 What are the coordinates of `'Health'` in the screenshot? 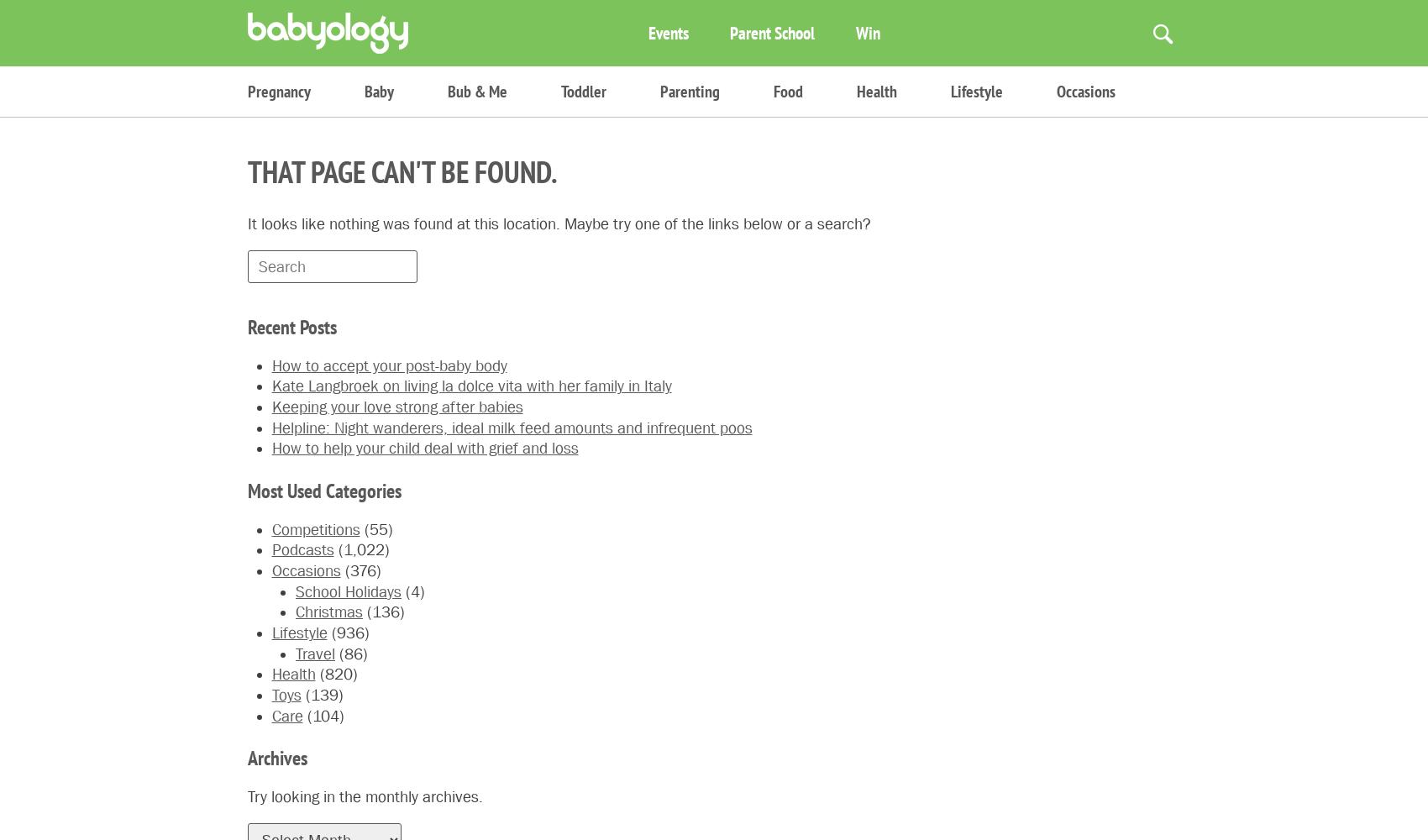 It's located at (856, 91).